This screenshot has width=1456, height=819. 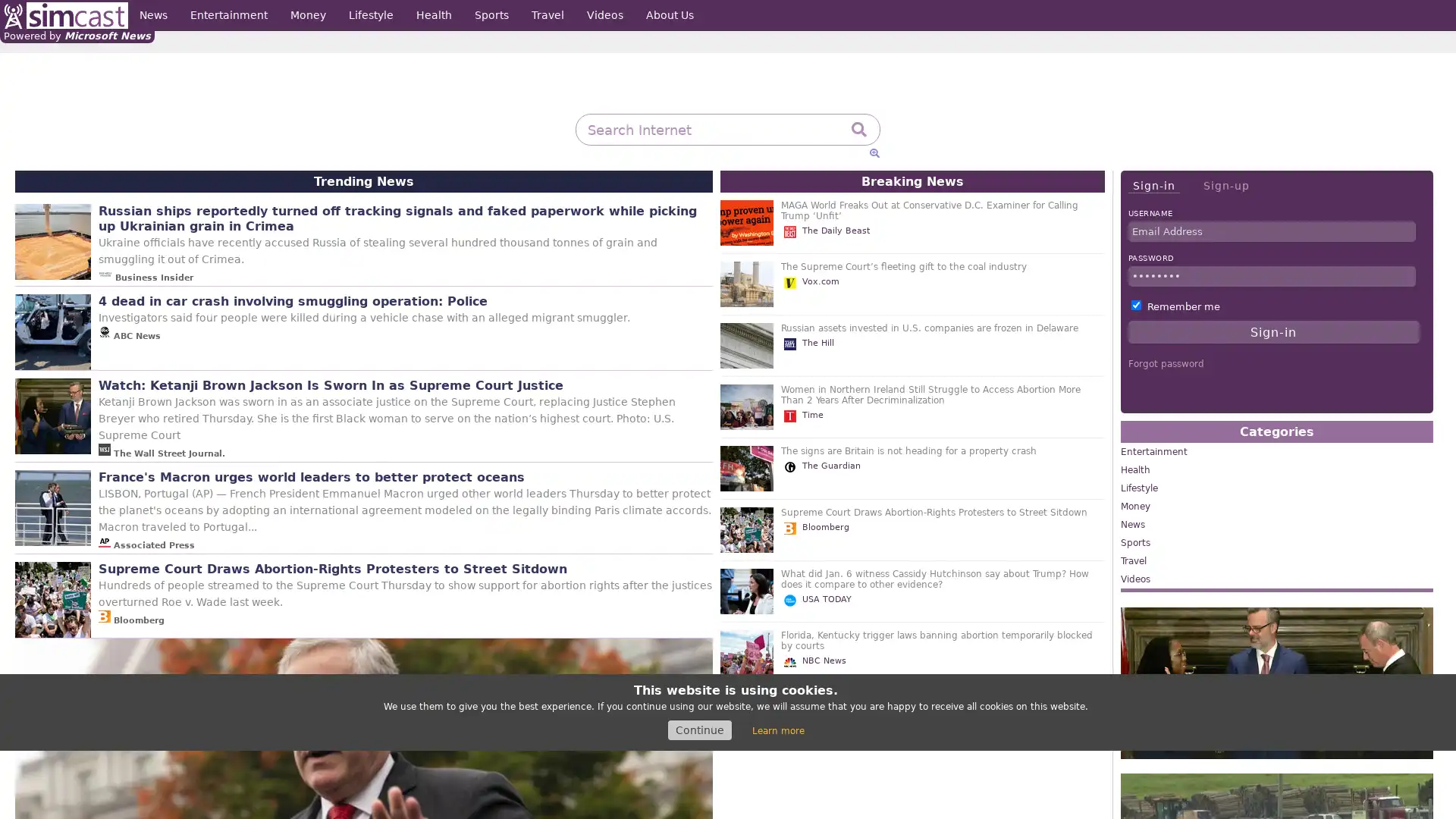 What do you see at coordinates (1153, 185) in the screenshot?
I see `Sign-in` at bounding box center [1153, 185].